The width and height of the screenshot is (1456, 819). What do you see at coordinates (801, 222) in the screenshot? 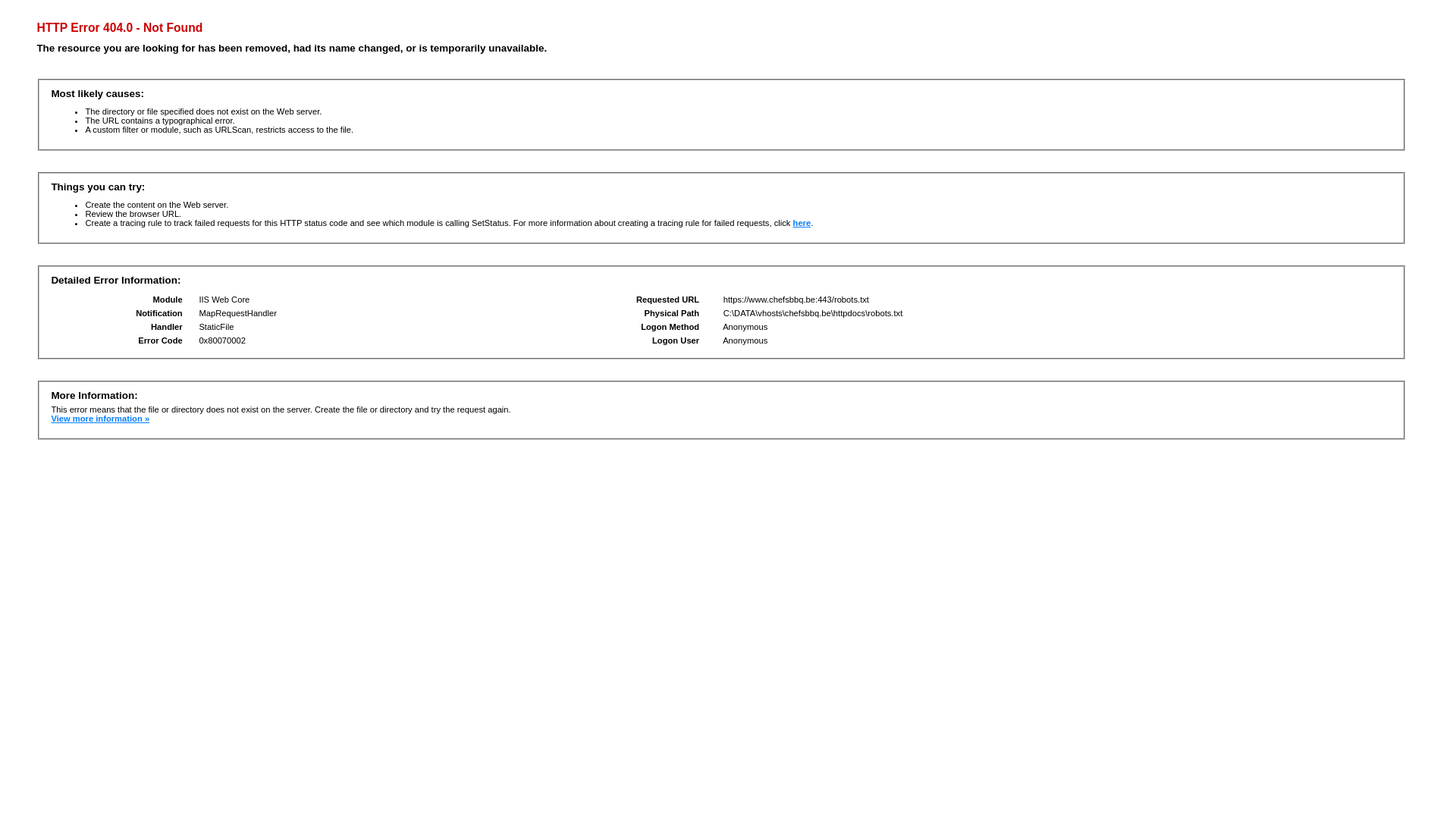
I see `'here'` at bounding box center [801, 222].